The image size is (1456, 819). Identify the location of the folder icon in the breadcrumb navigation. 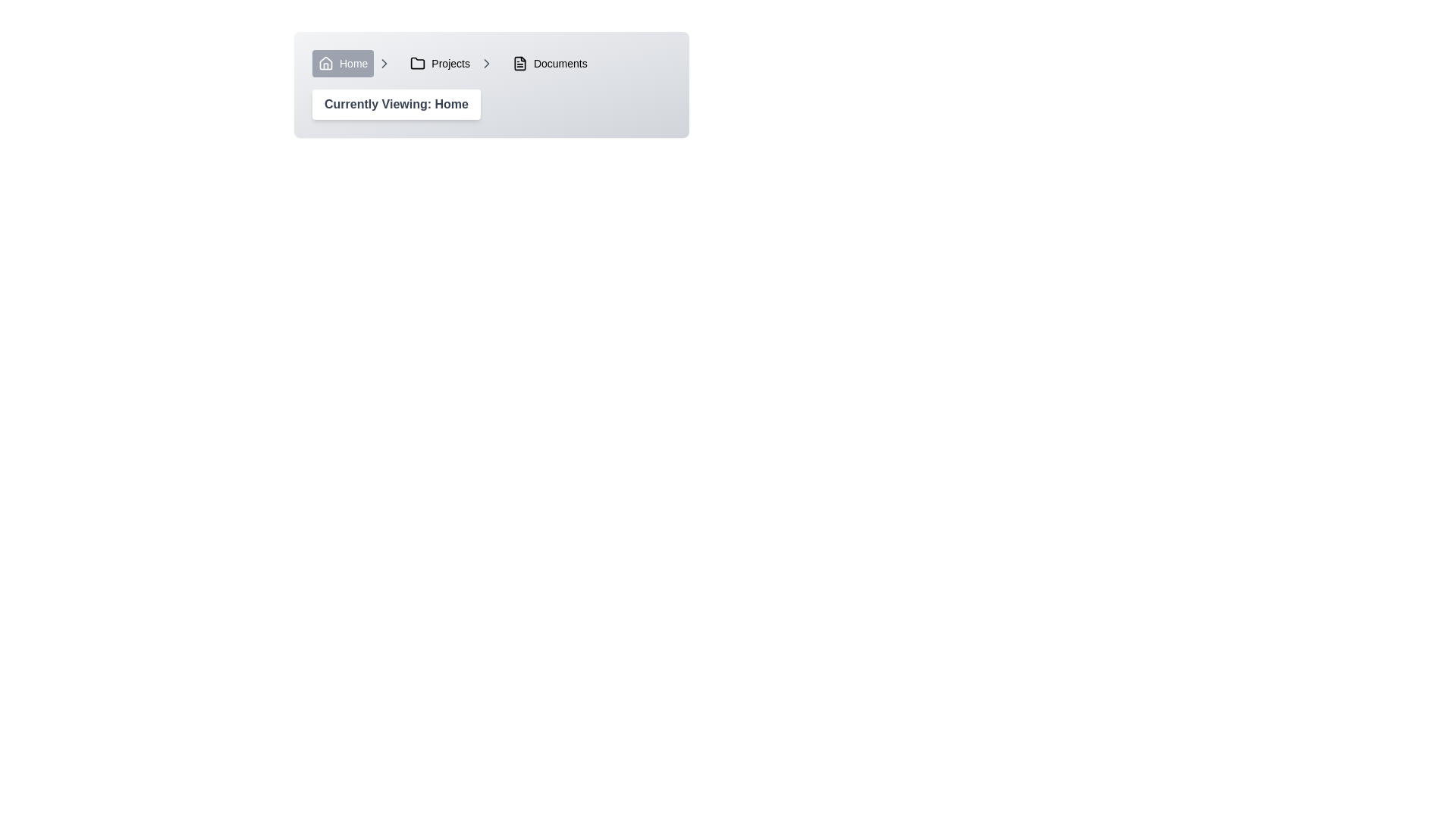
(418, 62).